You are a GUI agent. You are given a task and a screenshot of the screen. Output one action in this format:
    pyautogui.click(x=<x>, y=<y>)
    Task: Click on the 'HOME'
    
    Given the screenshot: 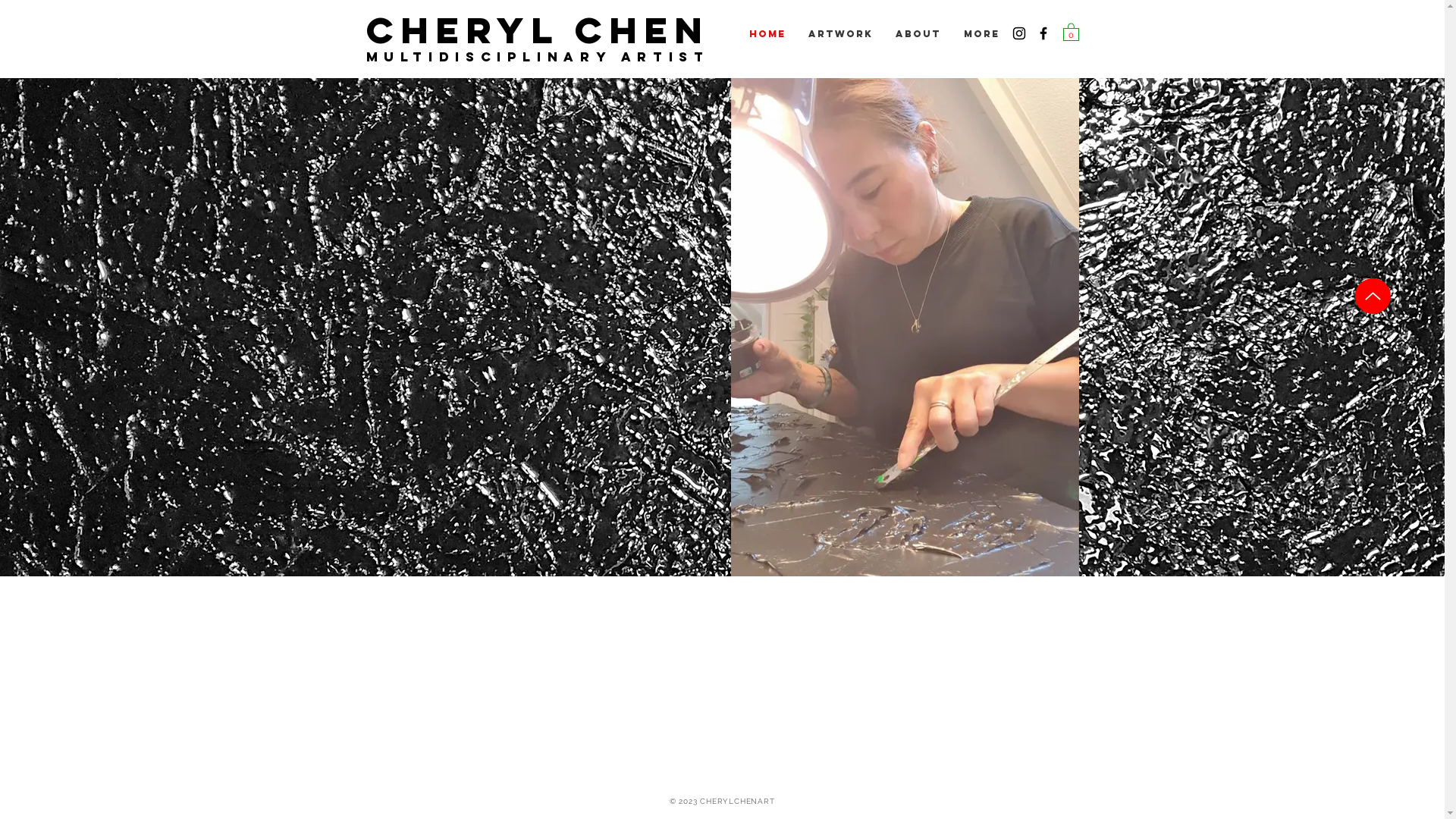 What is the action you would take?
    pyautogui.click(x=767, y=34)
    